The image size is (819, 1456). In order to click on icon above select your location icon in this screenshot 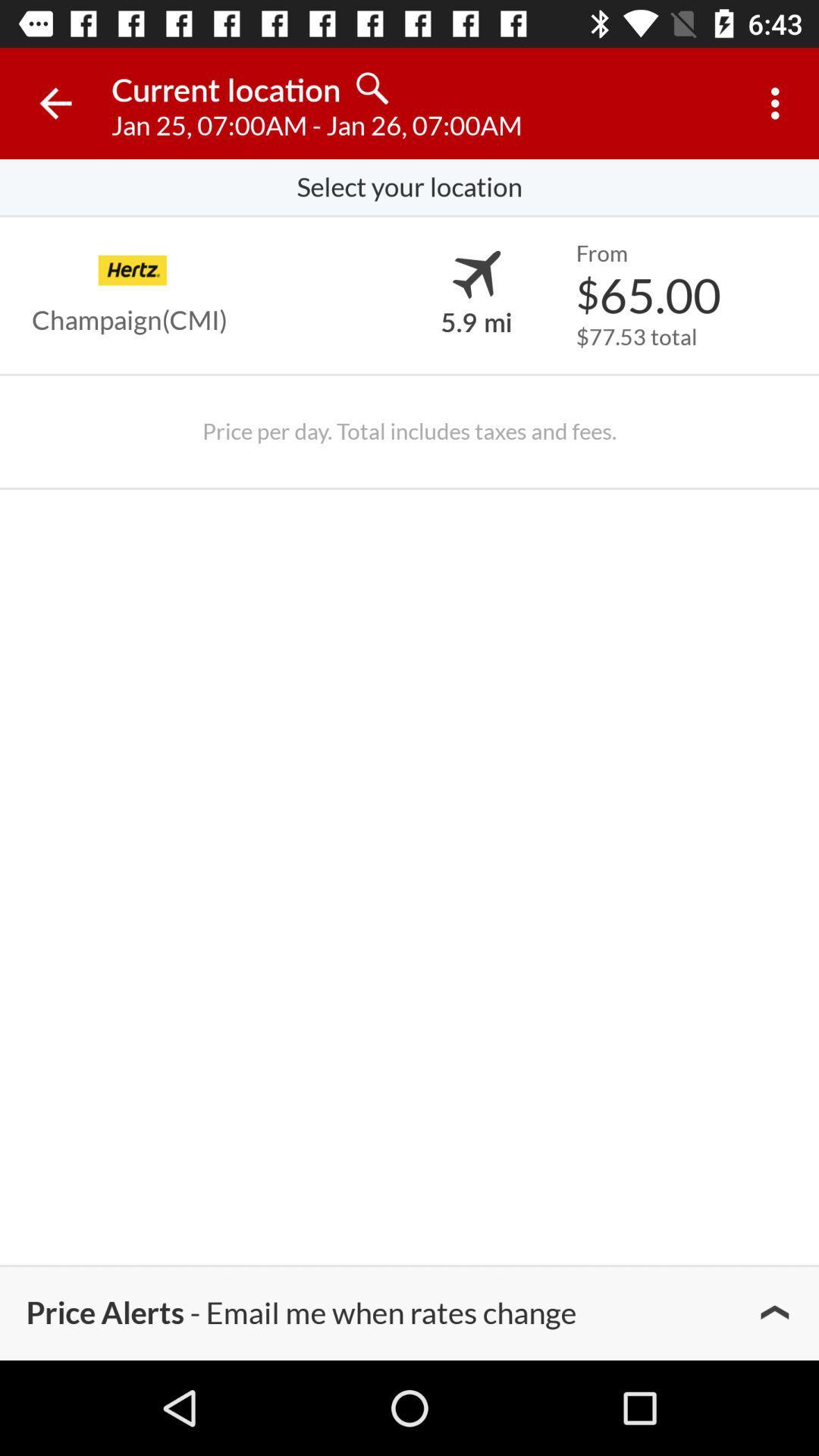, I will do `click(55, 102)`.